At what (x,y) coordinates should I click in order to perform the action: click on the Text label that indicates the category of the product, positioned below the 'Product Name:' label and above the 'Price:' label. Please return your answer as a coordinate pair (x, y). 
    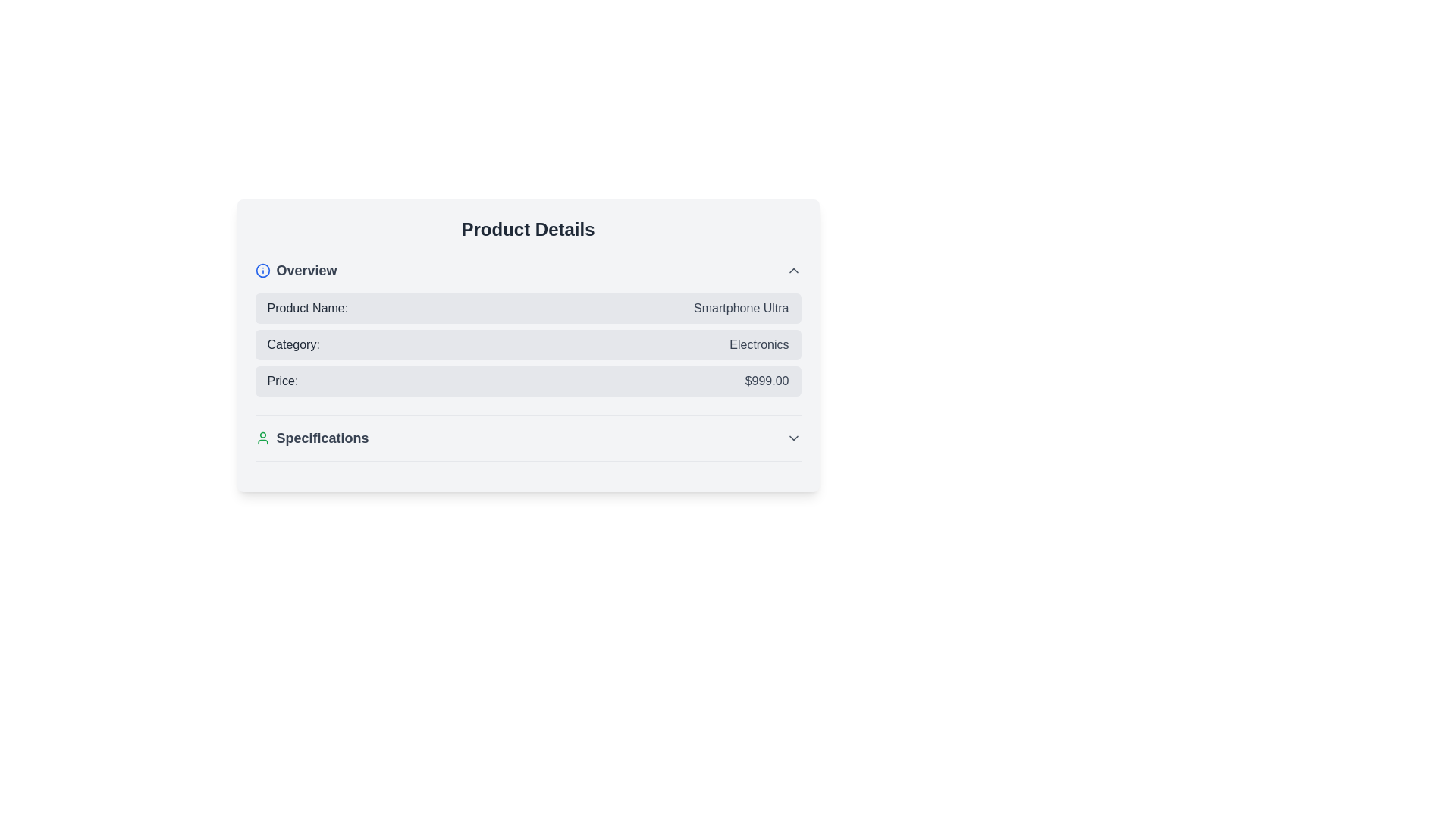
    Looking at the image, I should click on (293, 345).